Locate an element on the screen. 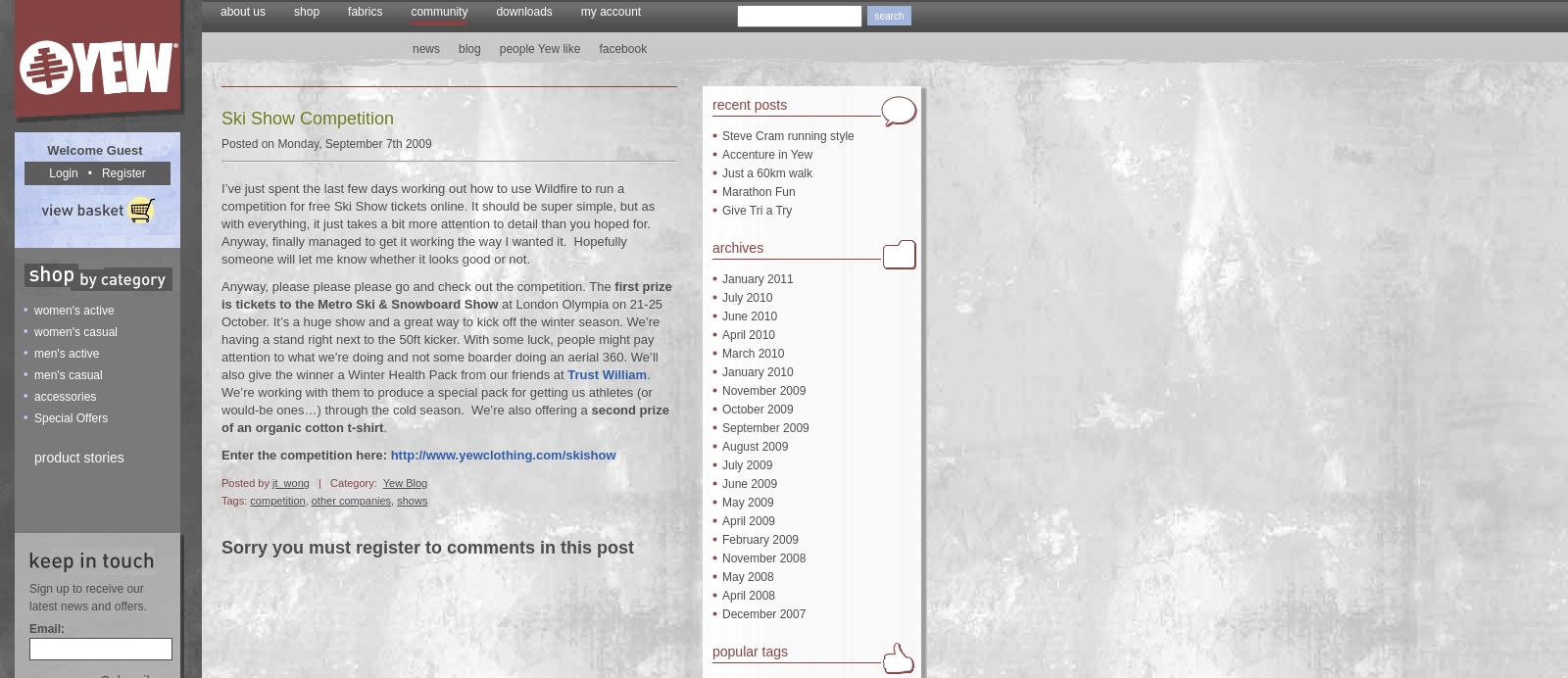 Image resolution: width=1568 pixels, height=678 pixels. 'May 2009' is located at coordinates (748, 501).